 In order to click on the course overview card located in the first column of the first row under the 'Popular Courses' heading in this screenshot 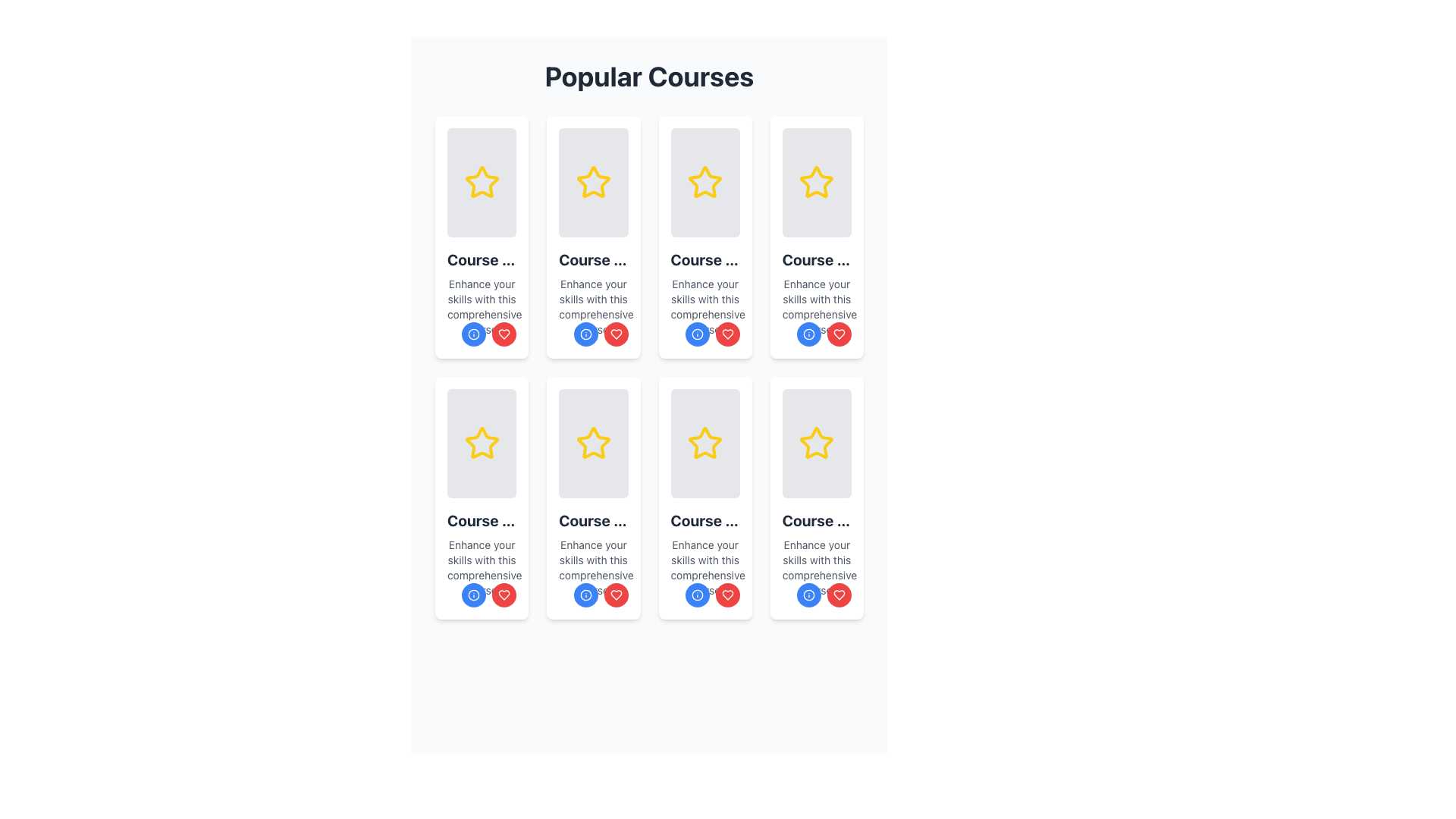, I will do `click(481, 237)`.